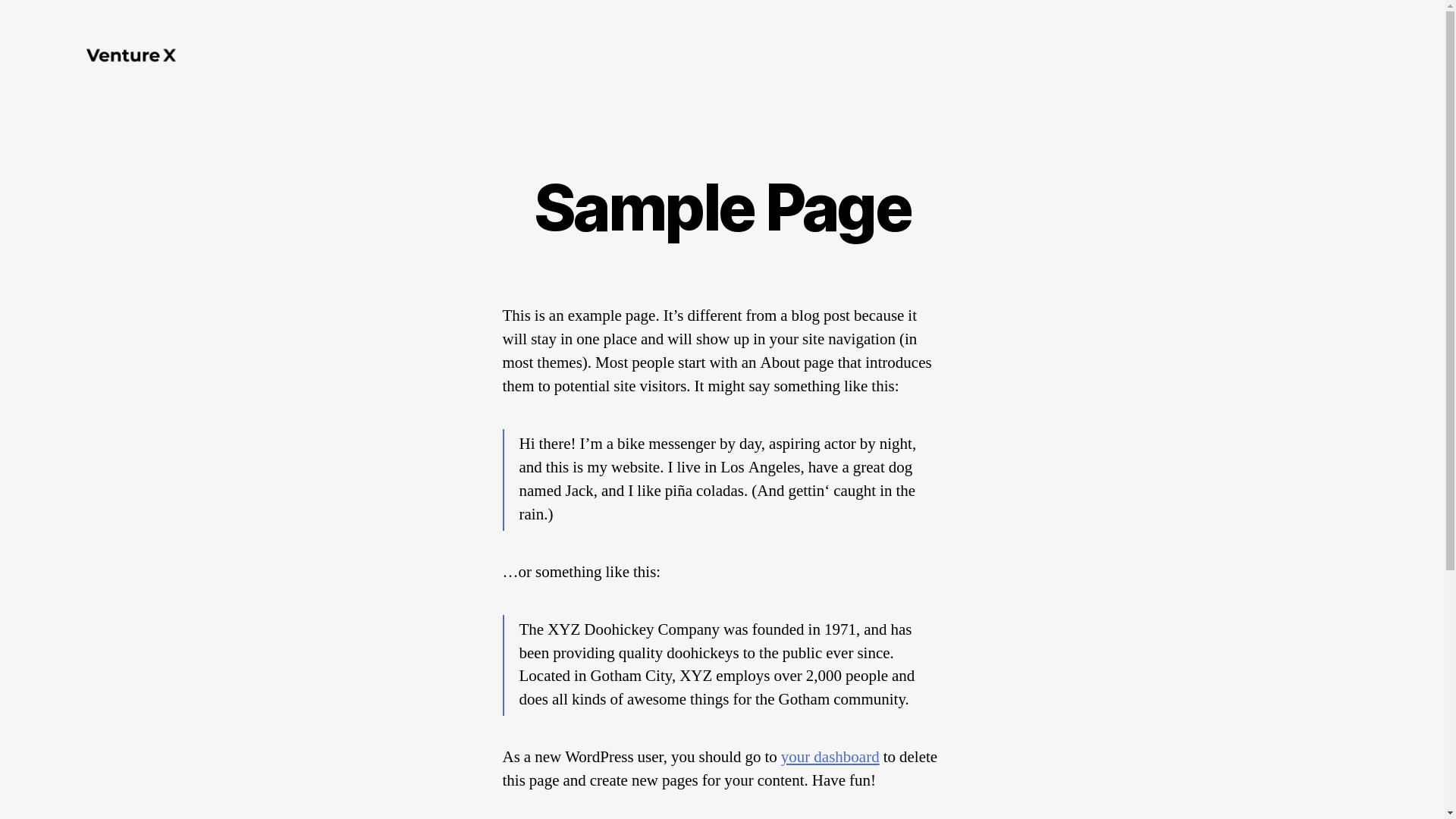 This screenshot has height=819, width=1456. Describe the element at coordinates (829, 757) in the screenshot. I see `'your dashboard'` at that location.